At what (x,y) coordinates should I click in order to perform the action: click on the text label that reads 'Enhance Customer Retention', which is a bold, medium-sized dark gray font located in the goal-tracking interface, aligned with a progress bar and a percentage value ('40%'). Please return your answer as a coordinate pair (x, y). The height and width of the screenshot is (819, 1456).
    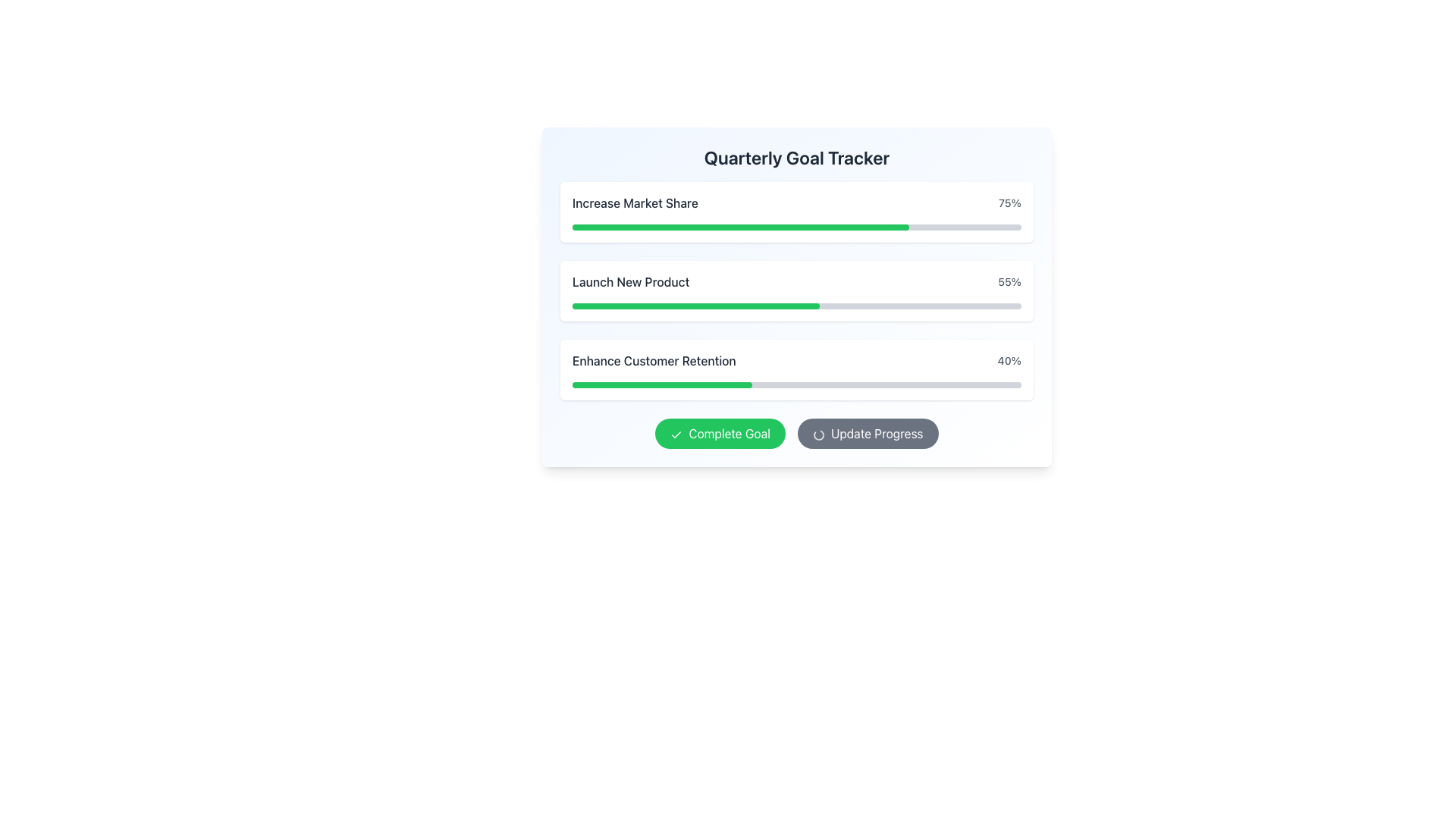
    Looking at the image, I should click on (654, 360).